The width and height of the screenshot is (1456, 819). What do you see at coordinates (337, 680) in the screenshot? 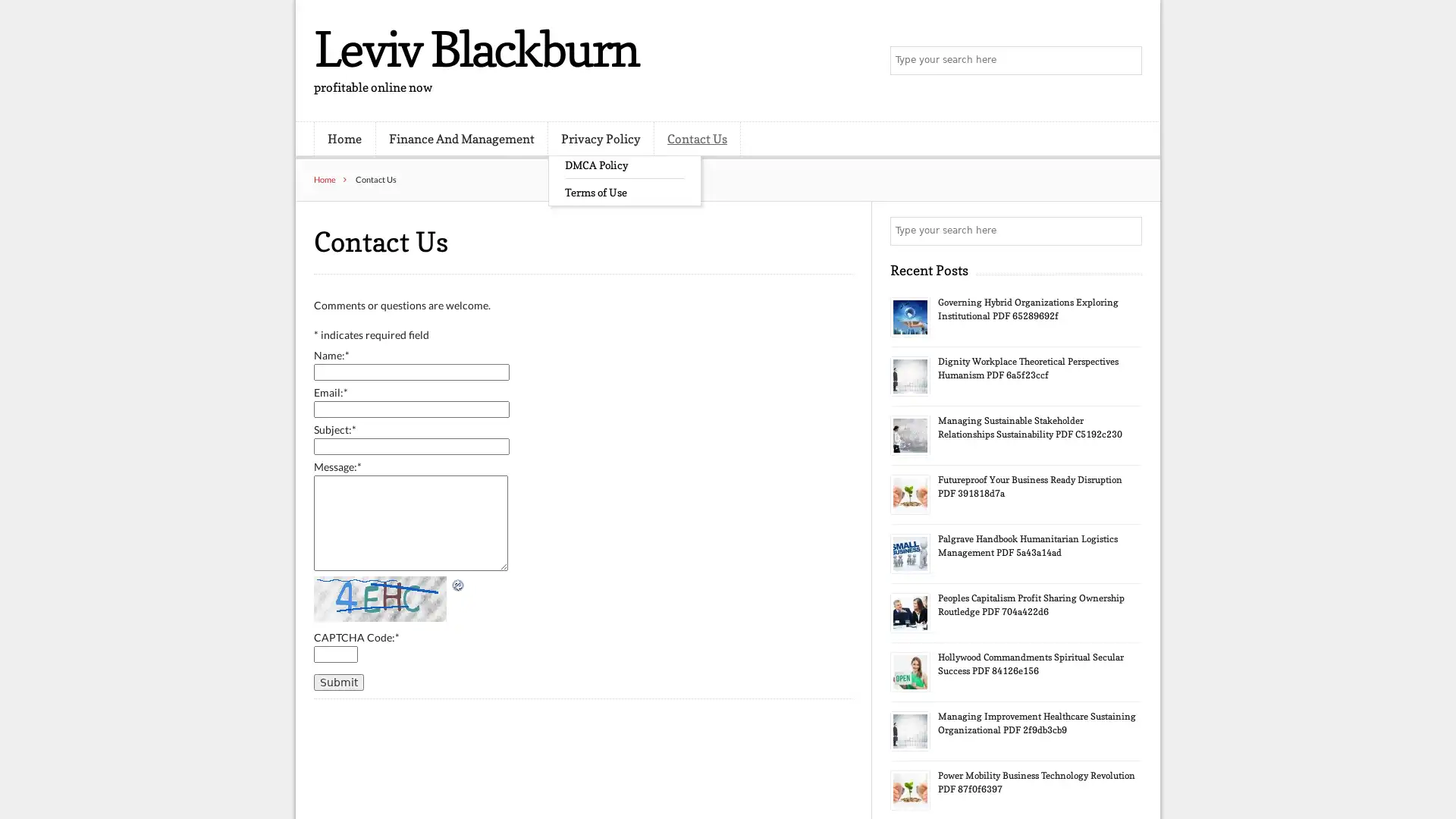
I see `Submit` at bounding box center [337, 680].